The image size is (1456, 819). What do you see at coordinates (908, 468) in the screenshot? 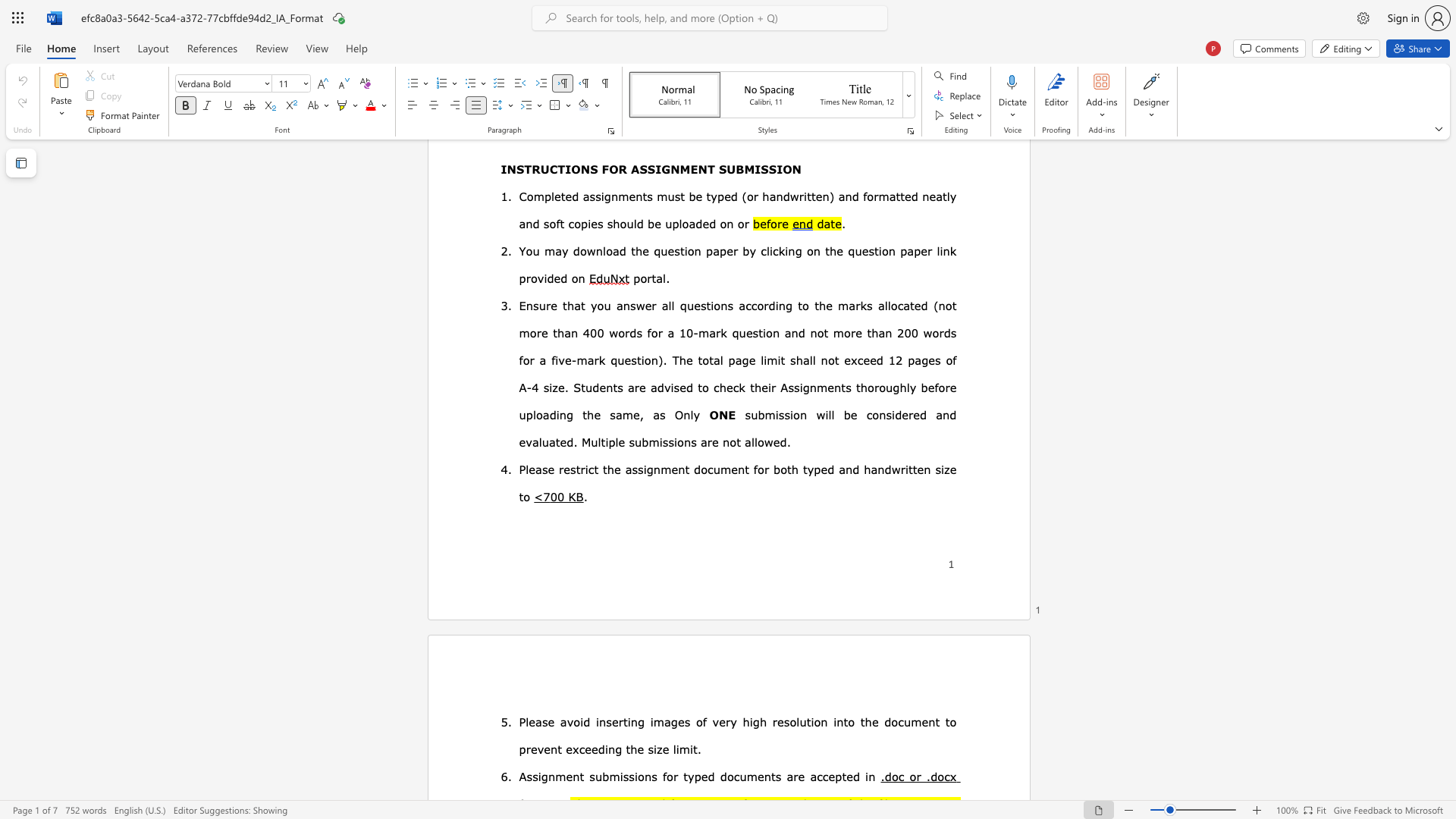
I see `the subset text "tt" within the text "for both typed and handwritten"` at bounding box center [908, 468].